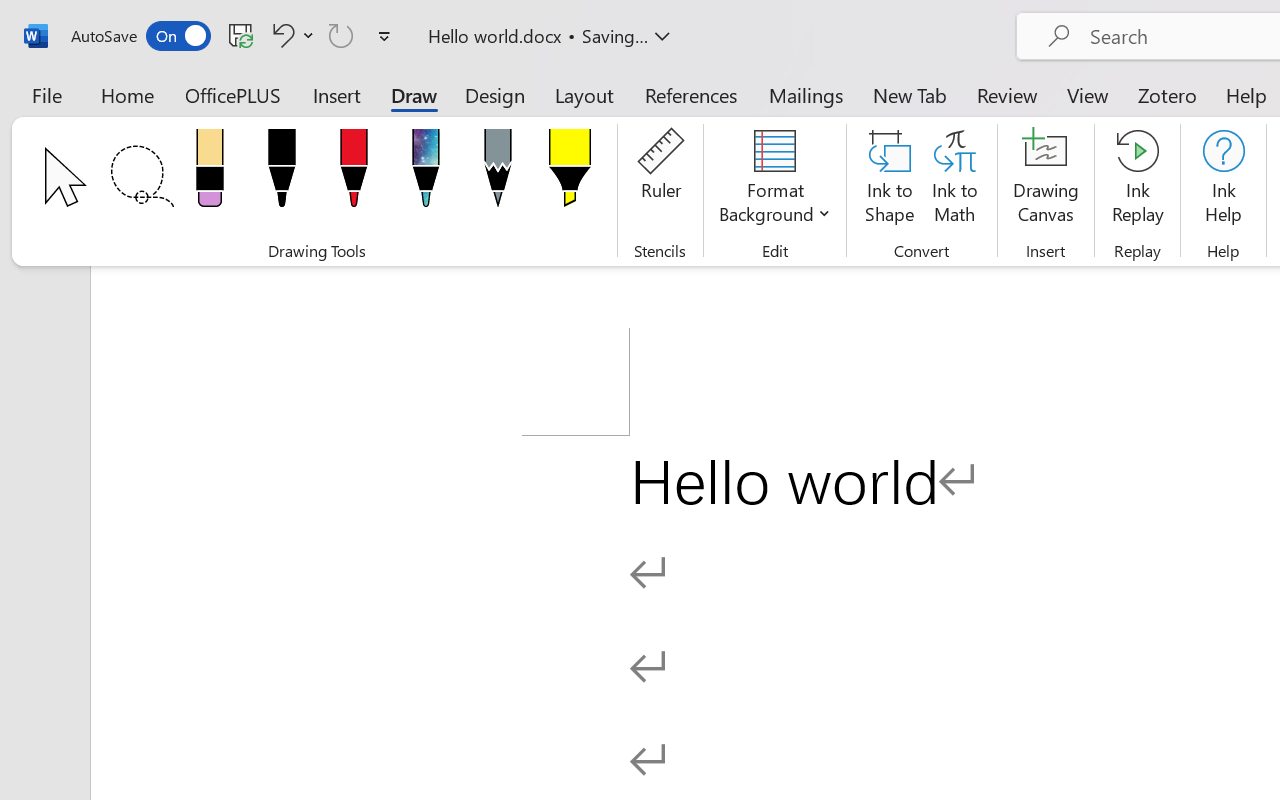 Image resolution: width=1280 pixels, height=800 pixels. I want to click on 'References', so click(691, 94).